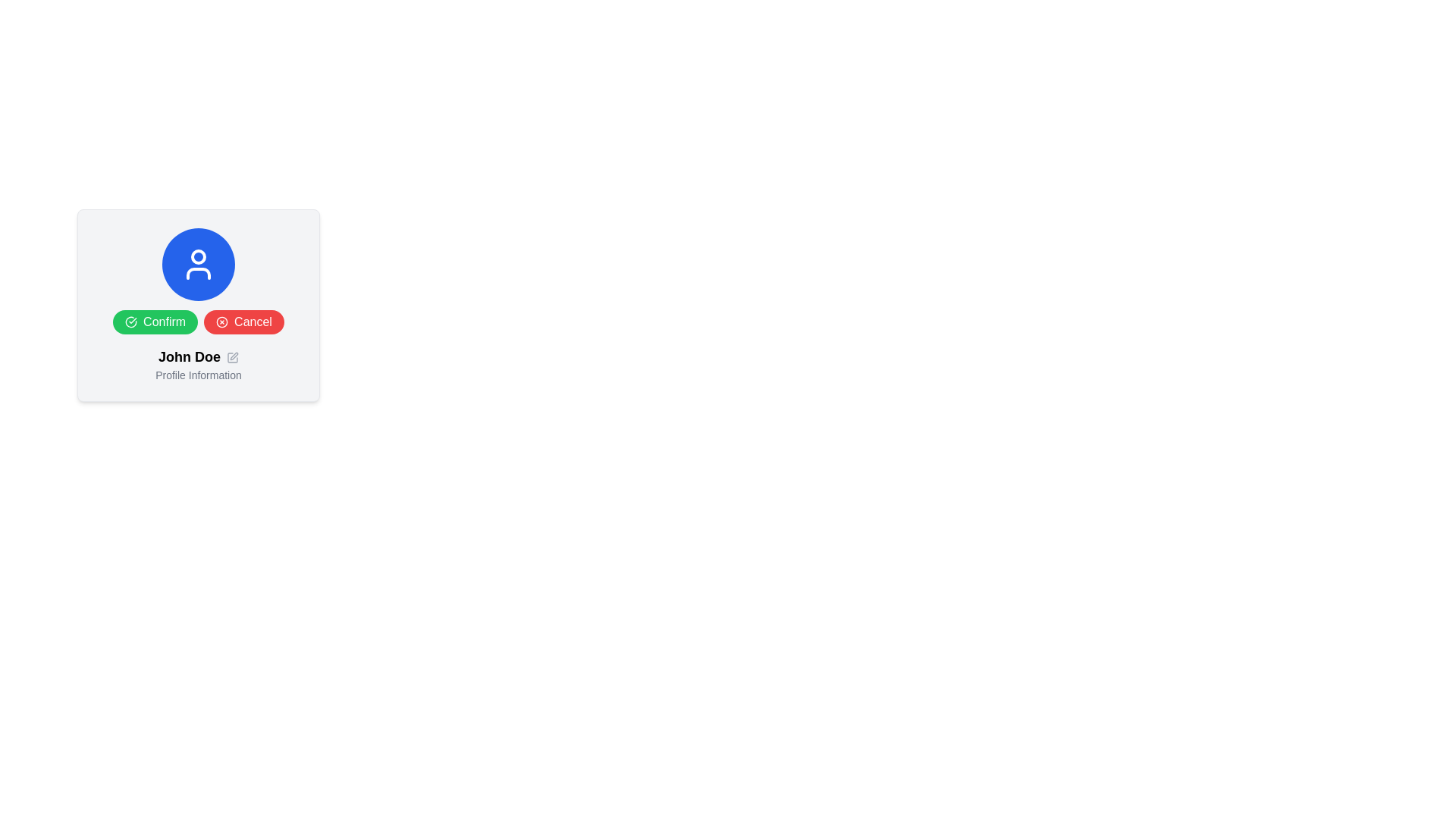 The width and height of the screenshot is (1456, 819). Describe the element at coordinates (198, 356) in the screenshot. I see `the text element displaying 'John Doe', which is bold and centered, located above 'Profile Information' and beneath the profile picture` at that location.